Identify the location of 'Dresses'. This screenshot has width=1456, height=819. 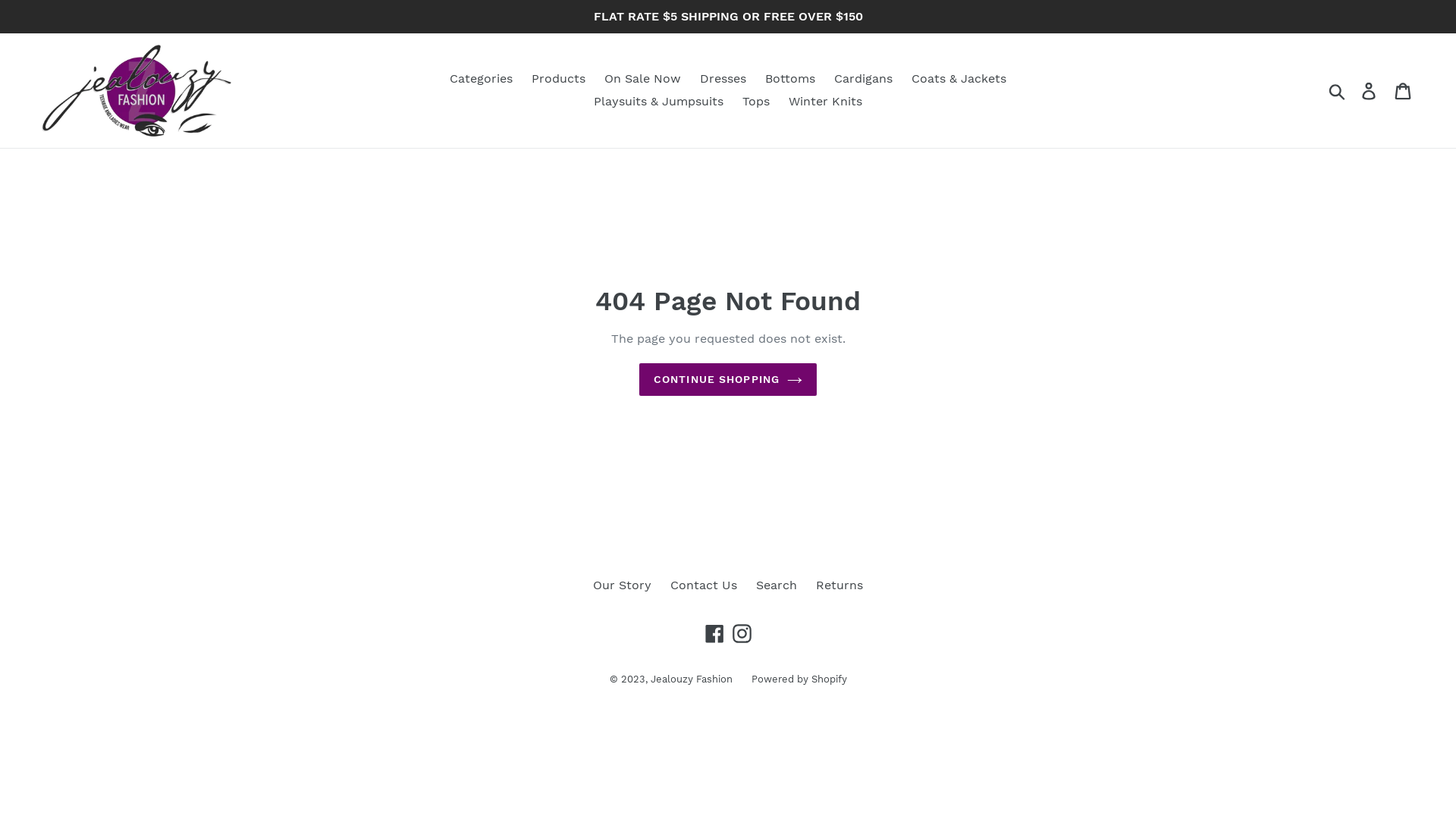
(691, 79).